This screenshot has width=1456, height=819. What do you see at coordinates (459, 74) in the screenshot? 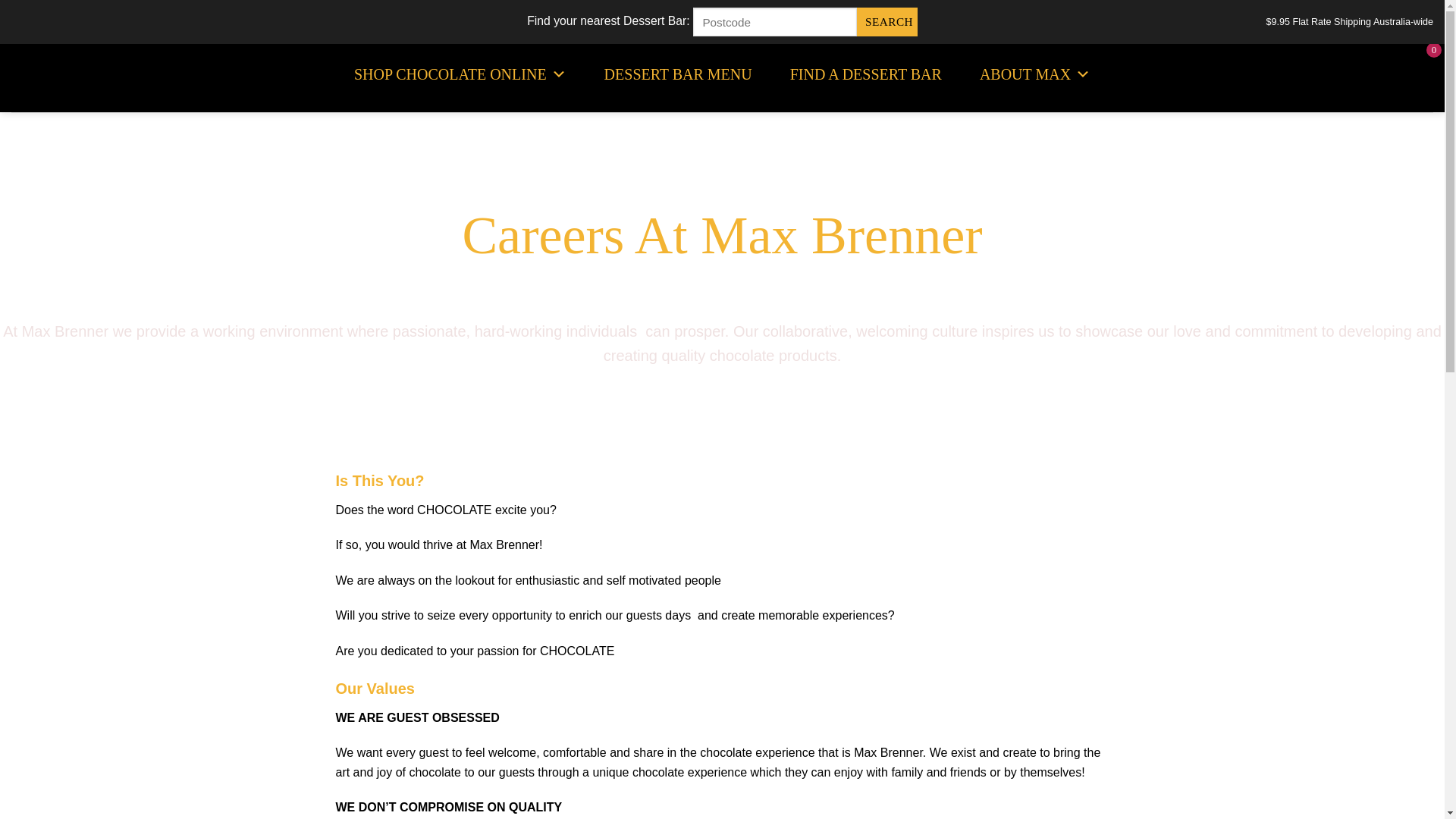
I see `'SHOP CHOCOLATE ONLINE'` at bounding box center [459, 74].